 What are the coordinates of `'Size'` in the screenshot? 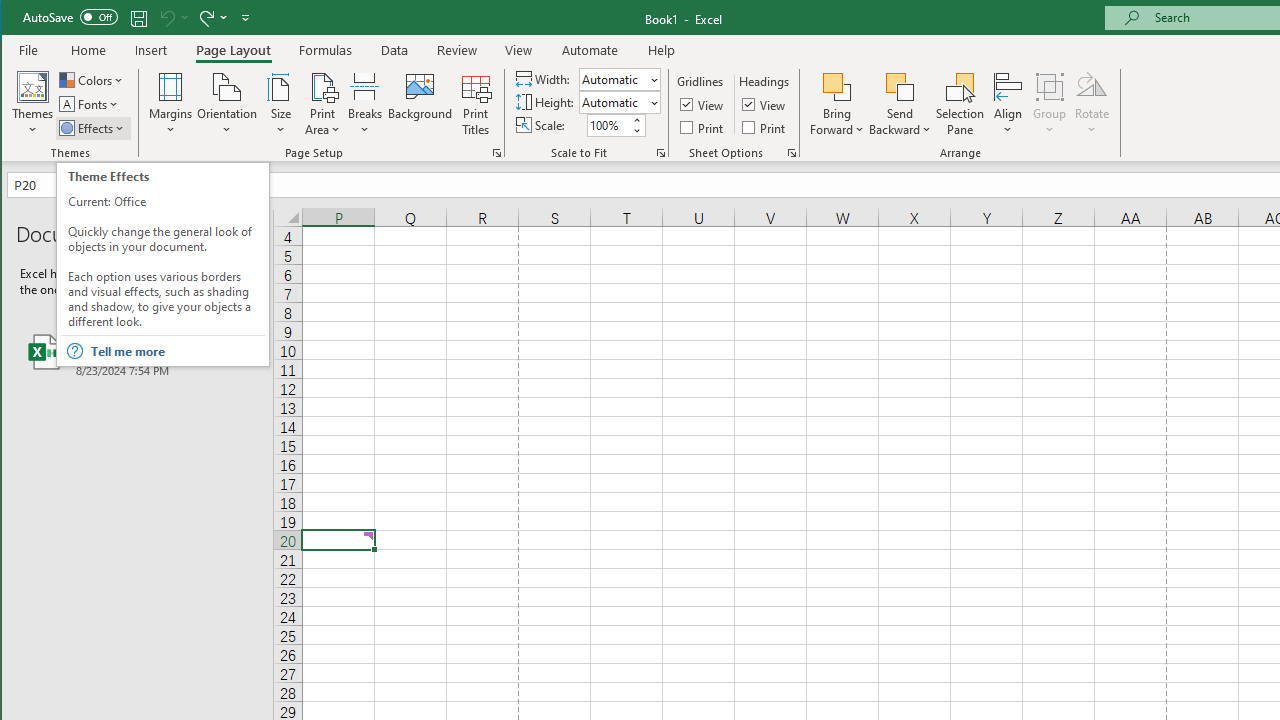 It's located at (279, 104).